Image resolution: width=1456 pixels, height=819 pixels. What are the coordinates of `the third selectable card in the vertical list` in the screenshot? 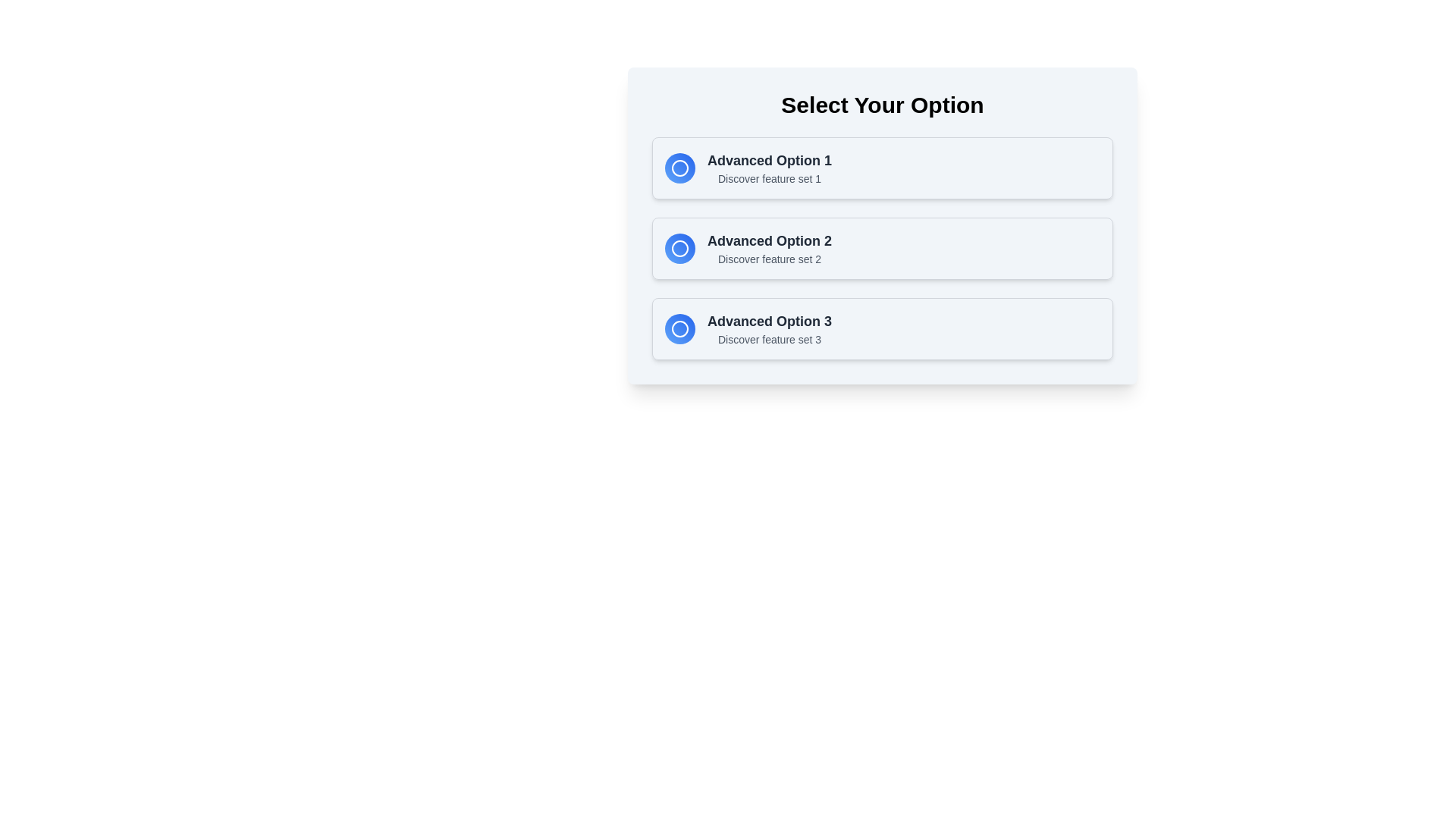 It's located at (882, 328).